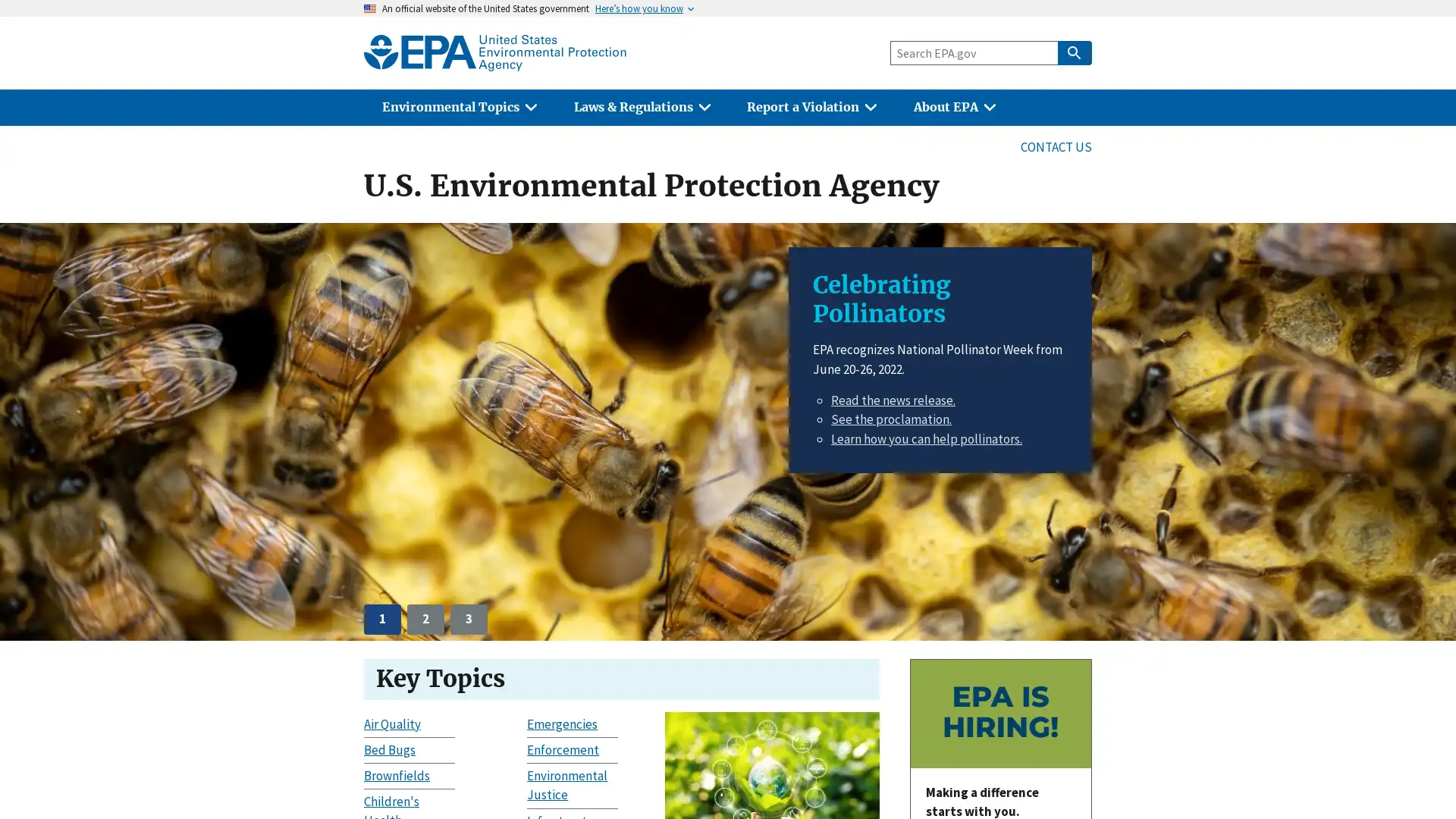 The height and width of the screenshot is (819, 1456). Describe the element at coordinates (458, 107) in the screenshot. I see `Environmental Topics` at that location.